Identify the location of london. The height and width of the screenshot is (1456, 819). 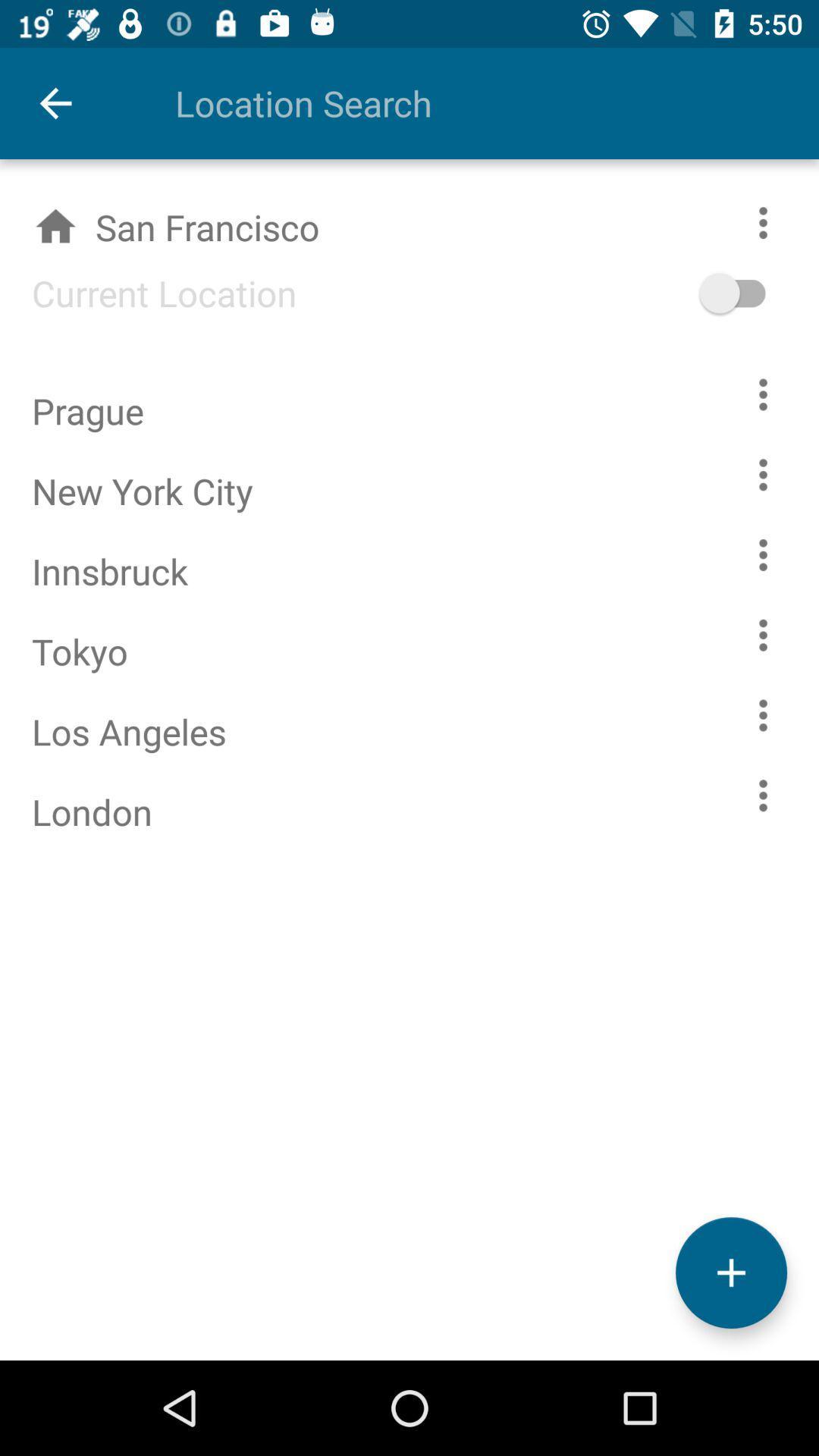
(763, 795).